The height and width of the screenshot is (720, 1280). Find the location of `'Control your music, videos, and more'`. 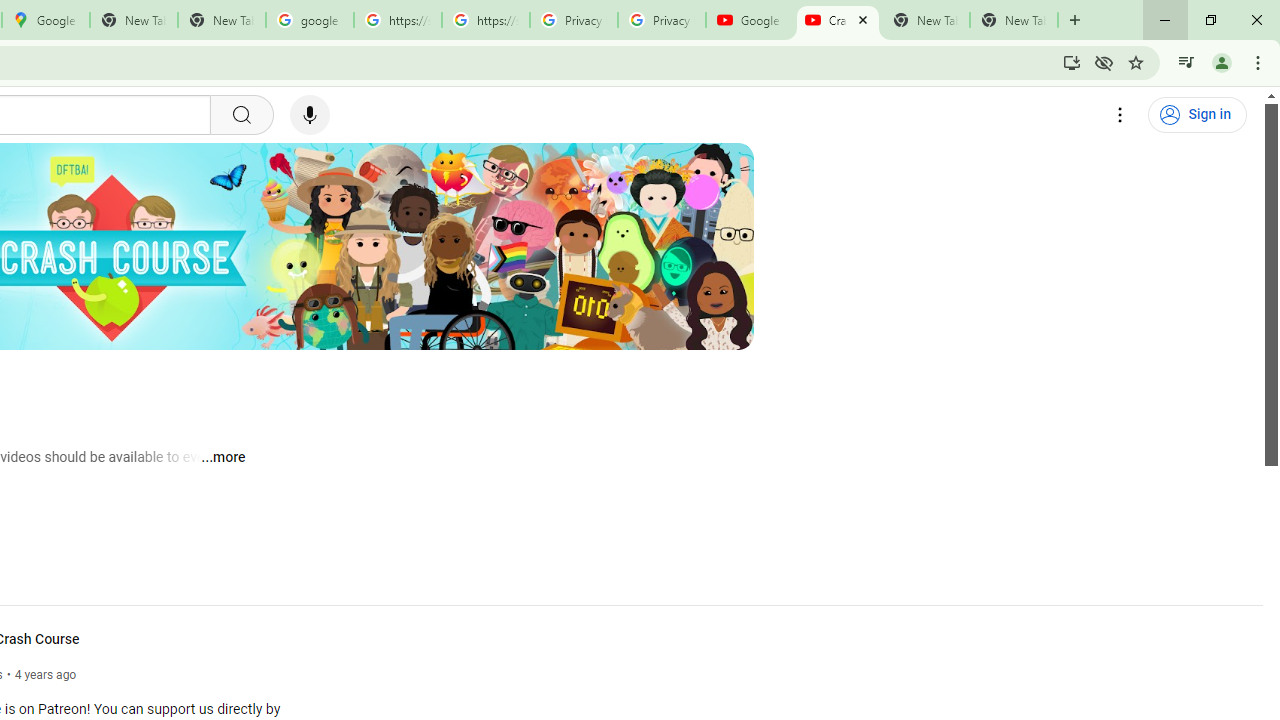

'Control your music, videos, and more' is located at coordinates (1185, 61).